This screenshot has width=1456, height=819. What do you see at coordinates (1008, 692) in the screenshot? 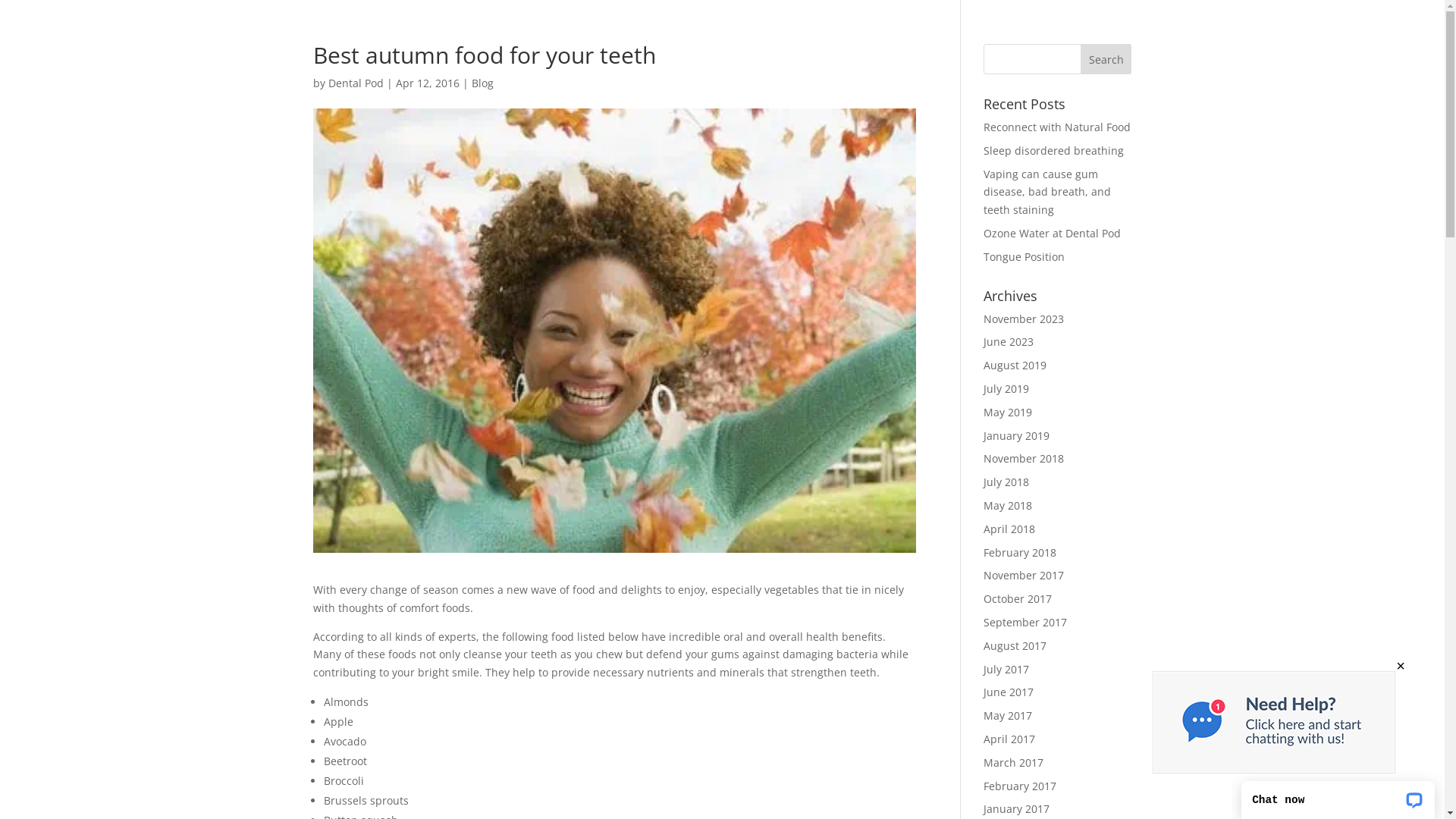
I see `'June 2017'` at bounding box center [1008, 692].